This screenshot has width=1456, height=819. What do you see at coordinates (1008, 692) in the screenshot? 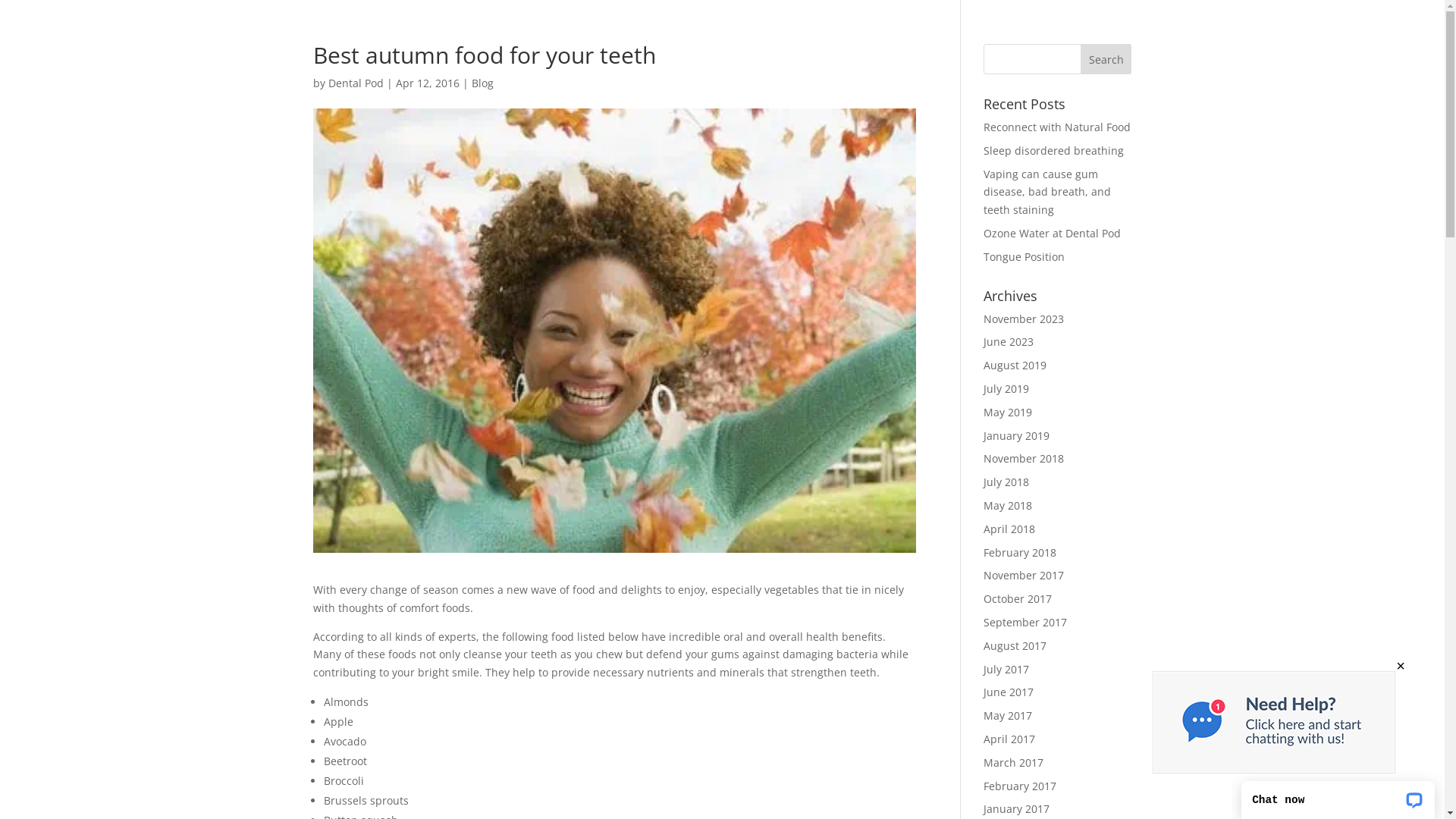
I see `'June 2017'` at bounding box center [1008, 692].